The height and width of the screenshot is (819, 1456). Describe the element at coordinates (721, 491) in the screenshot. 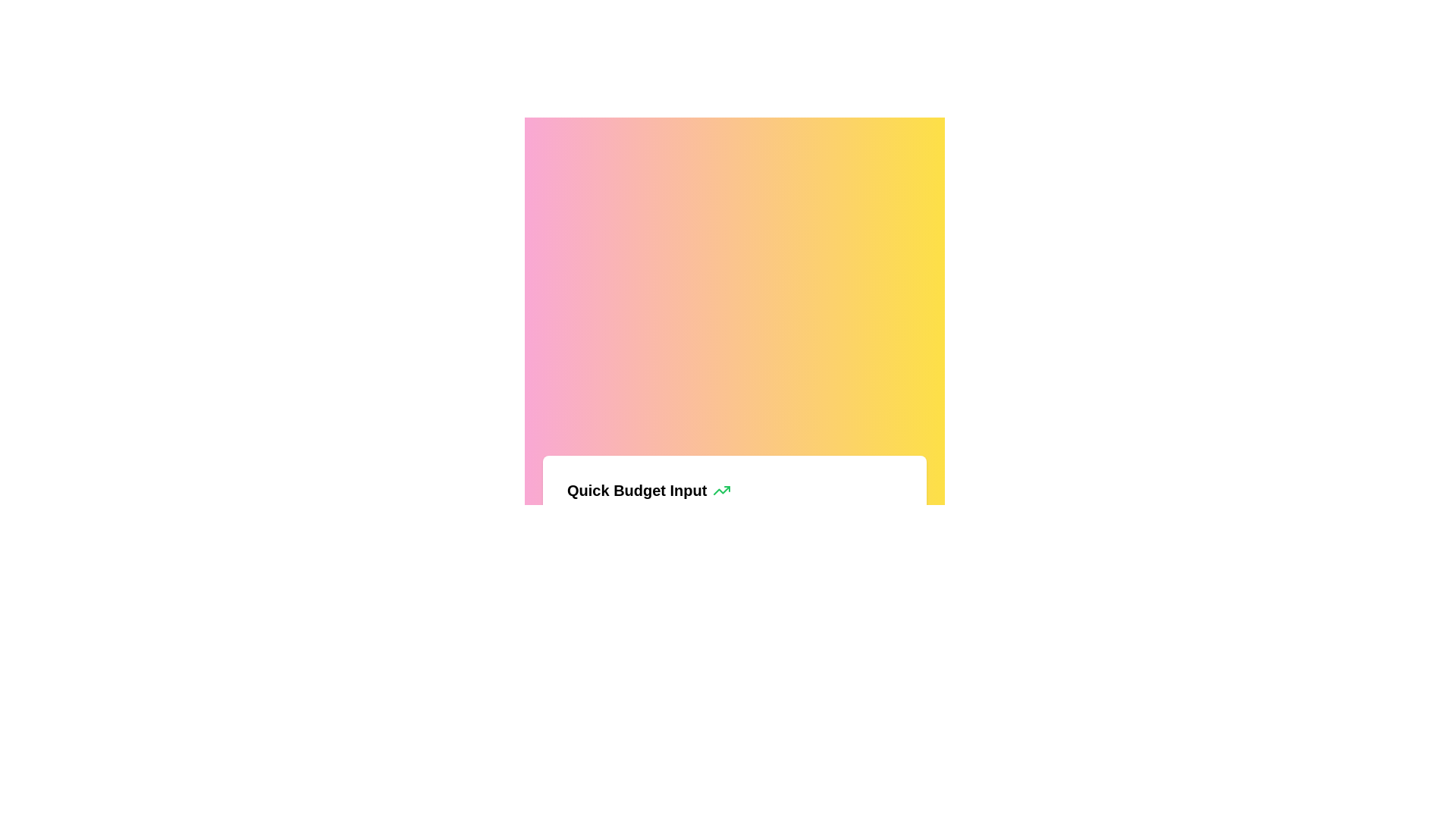

I see `the Icon (Graph Representation) located to the right of the 'Quick Budget Input' label, which indicates growth or progress` at that location.